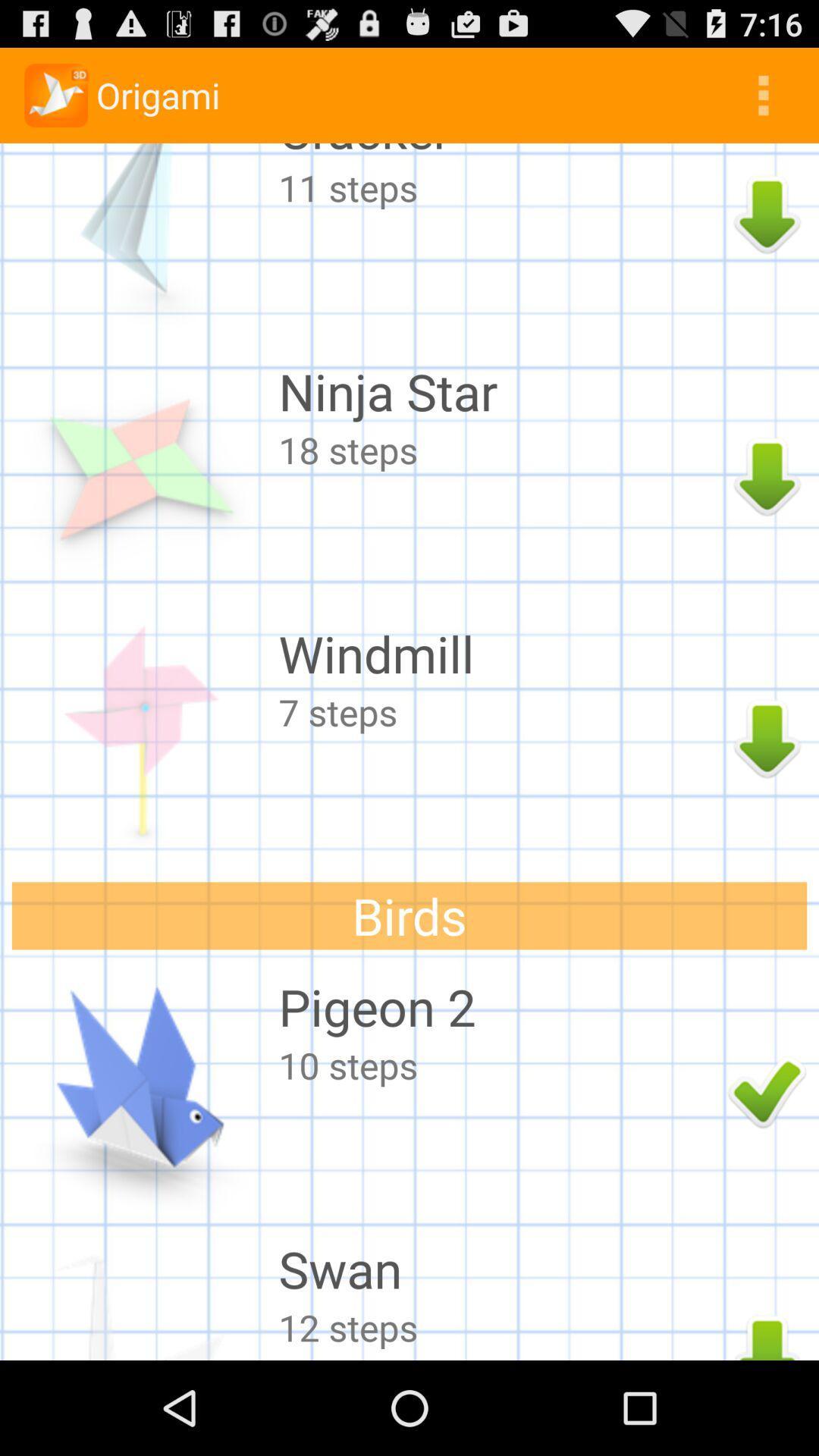  What do you see at coordinates (499, 711) in the screenshot?
I see `icon below the windmill` at bounding box center [499, 711].